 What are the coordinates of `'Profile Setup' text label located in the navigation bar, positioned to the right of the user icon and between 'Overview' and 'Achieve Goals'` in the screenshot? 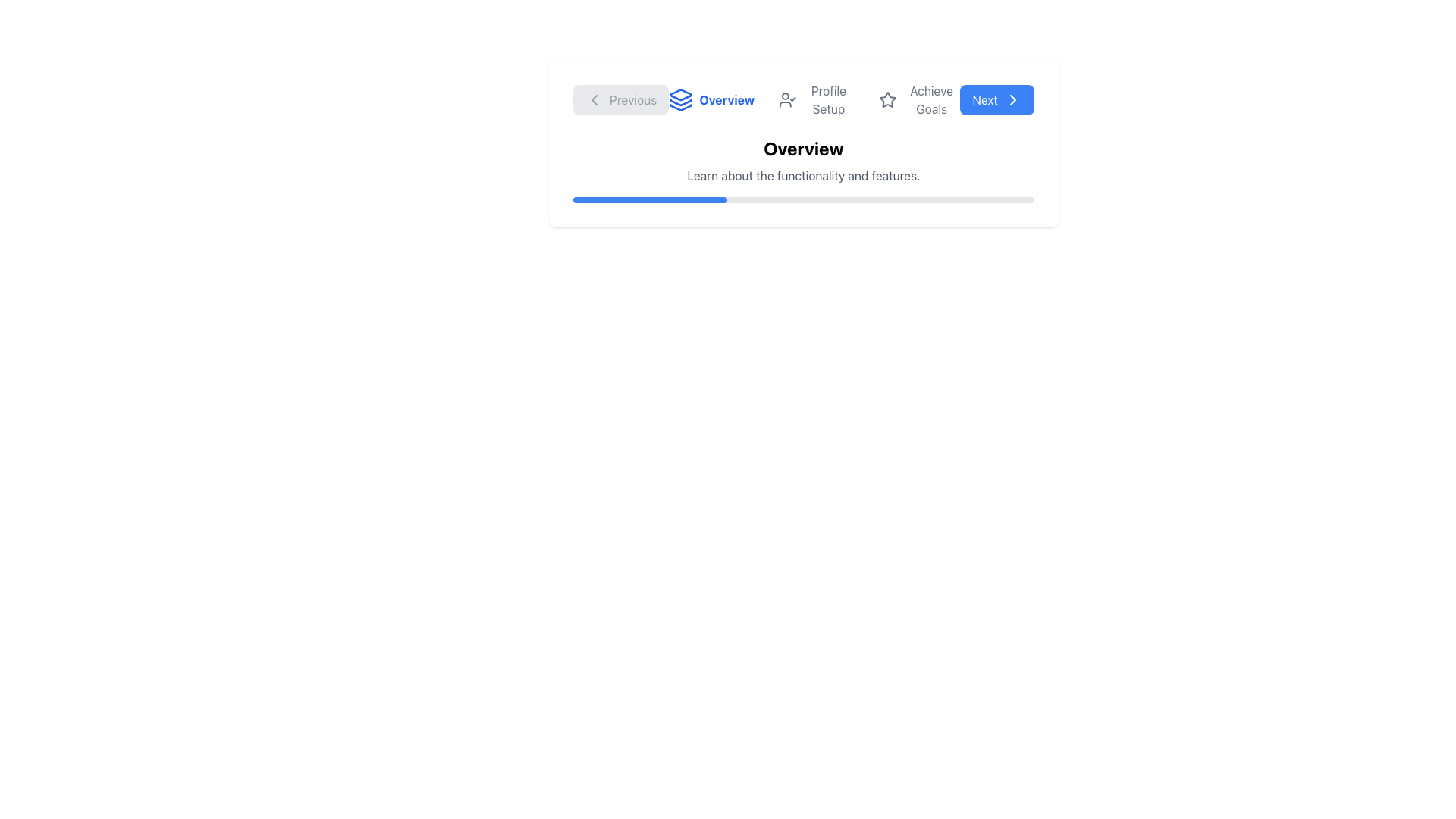 It's located at (827, 99).